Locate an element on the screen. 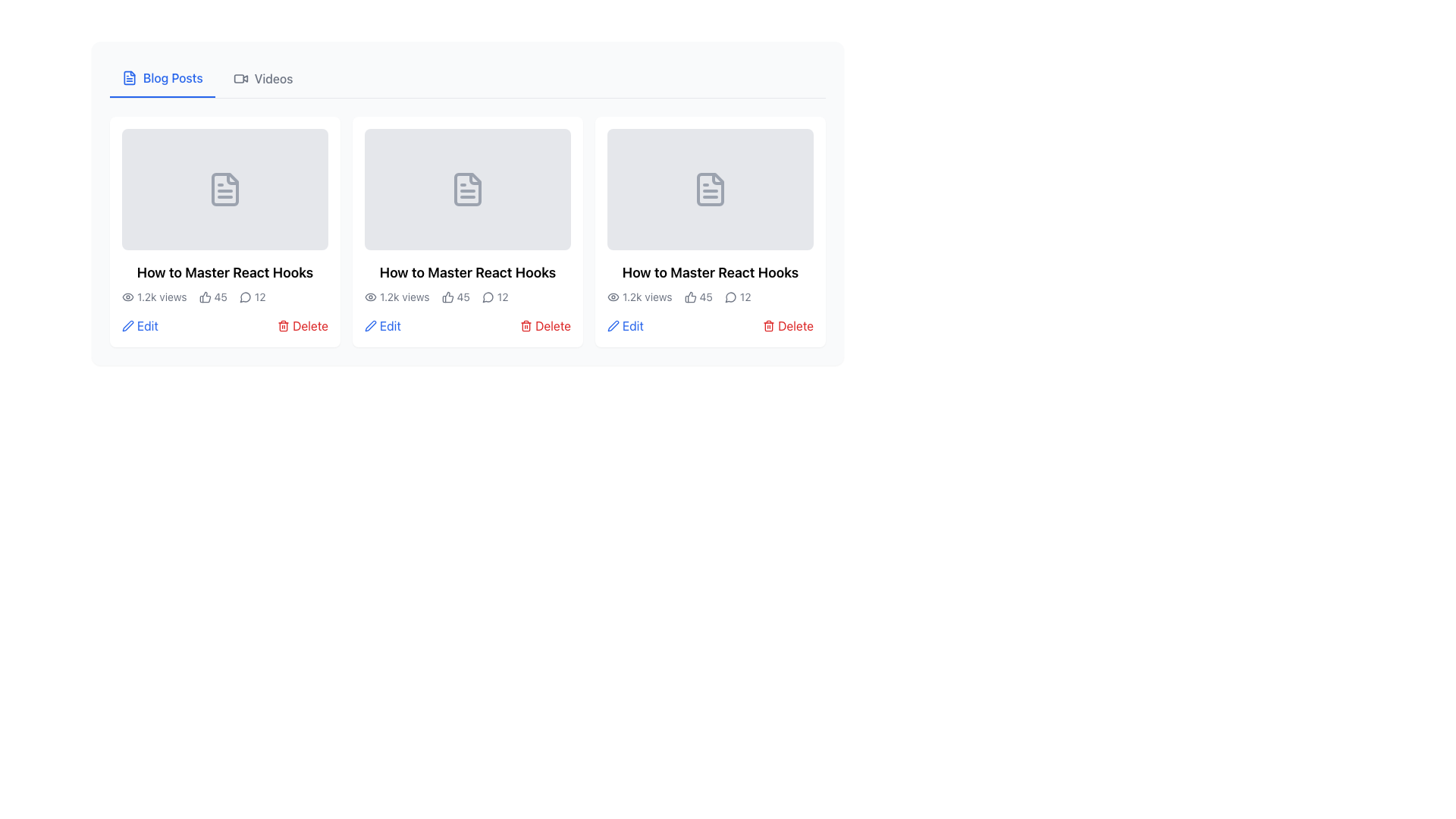 This screenshot has height=819, width=1456. the pen icon associated with the 'Edit' action, which is located to the left of the word 'Edit' in the second blog post card from the left is located at coordinates (371, 325).